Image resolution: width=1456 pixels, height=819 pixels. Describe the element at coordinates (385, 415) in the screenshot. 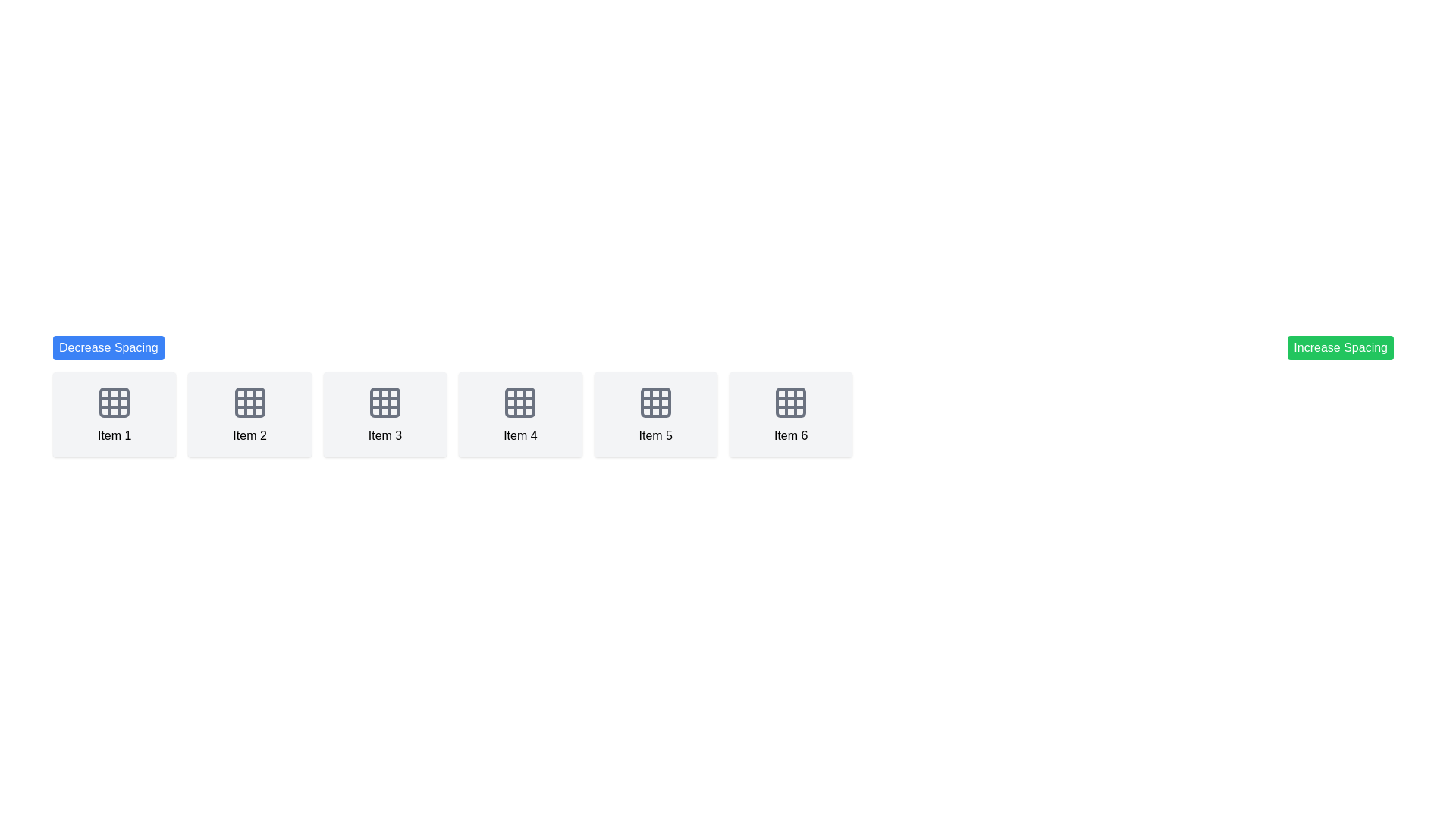

I see `the display card representing 'Item 3' in the grid layout, positioned between 'Item 2' and 'Item 4'` at that location.